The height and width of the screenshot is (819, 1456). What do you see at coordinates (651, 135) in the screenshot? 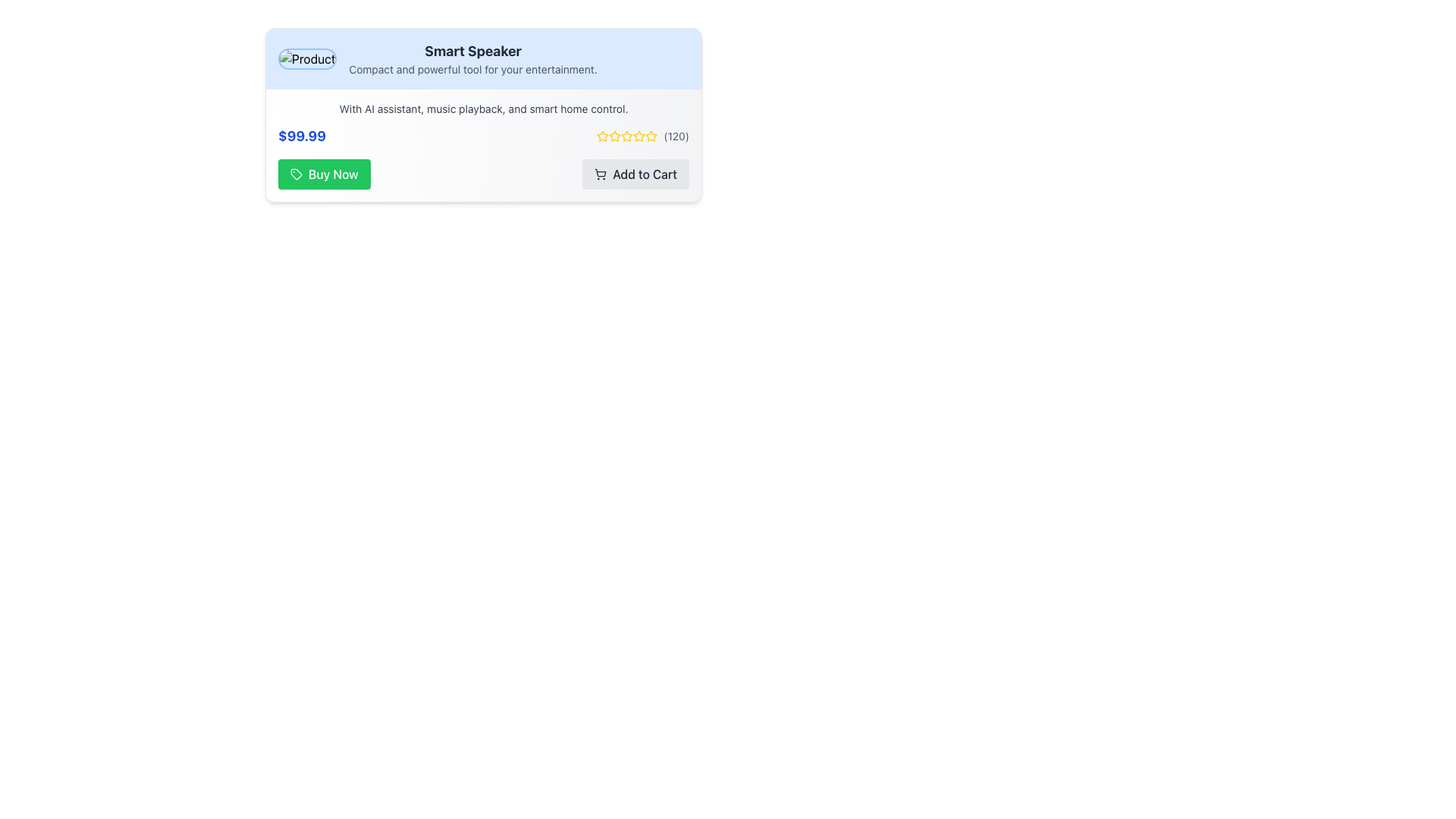
I see `the fourth Rating Star element, which is a yellow star icon in a horizontal sequence of five stars beneath the product description text` at bounding box center [651, 135].